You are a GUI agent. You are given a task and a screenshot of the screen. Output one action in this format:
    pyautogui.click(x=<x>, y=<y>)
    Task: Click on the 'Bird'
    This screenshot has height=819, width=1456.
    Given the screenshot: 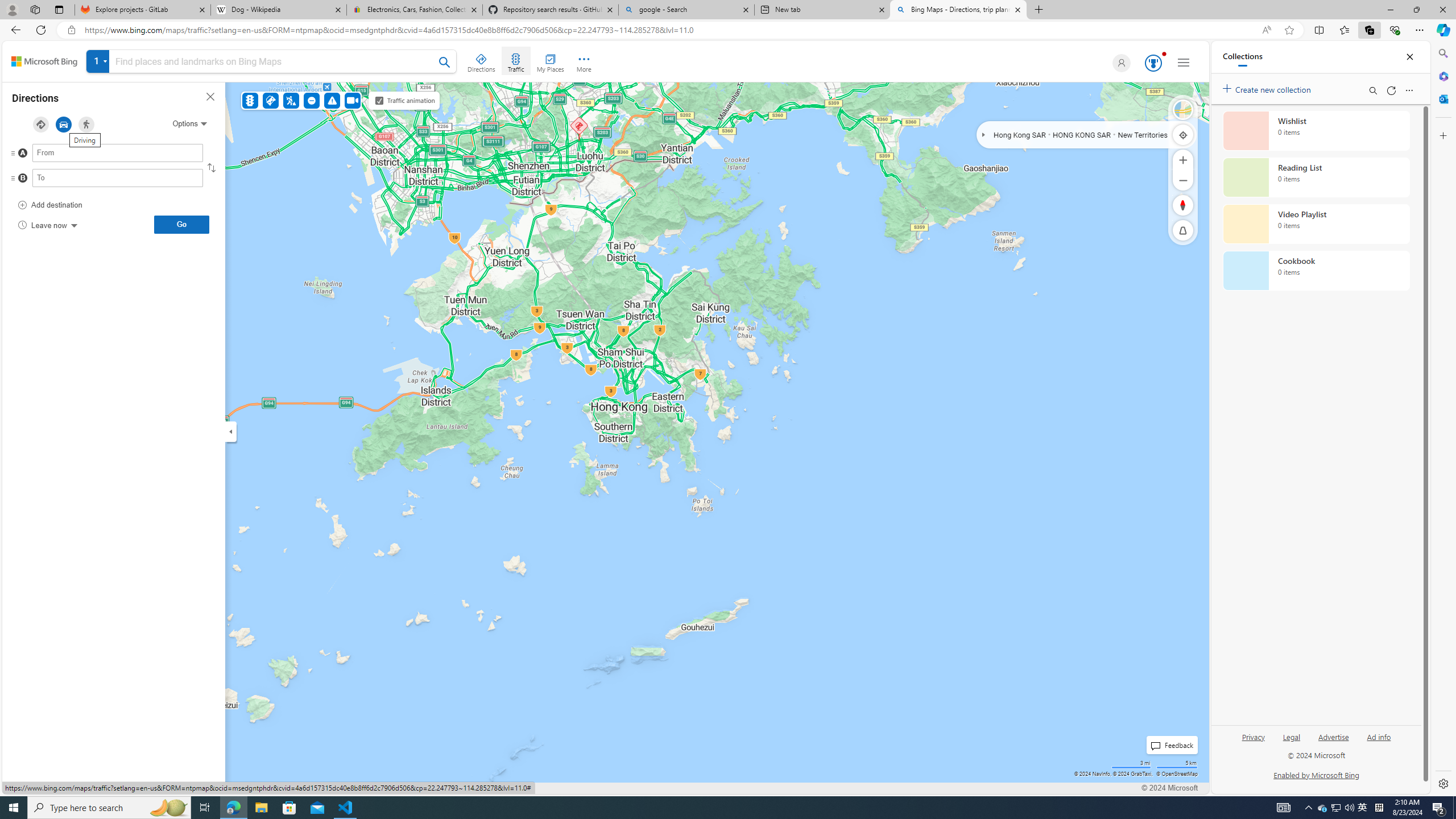 What is the action you would take?
    pyautogui.click(x=1182, y=109)
    